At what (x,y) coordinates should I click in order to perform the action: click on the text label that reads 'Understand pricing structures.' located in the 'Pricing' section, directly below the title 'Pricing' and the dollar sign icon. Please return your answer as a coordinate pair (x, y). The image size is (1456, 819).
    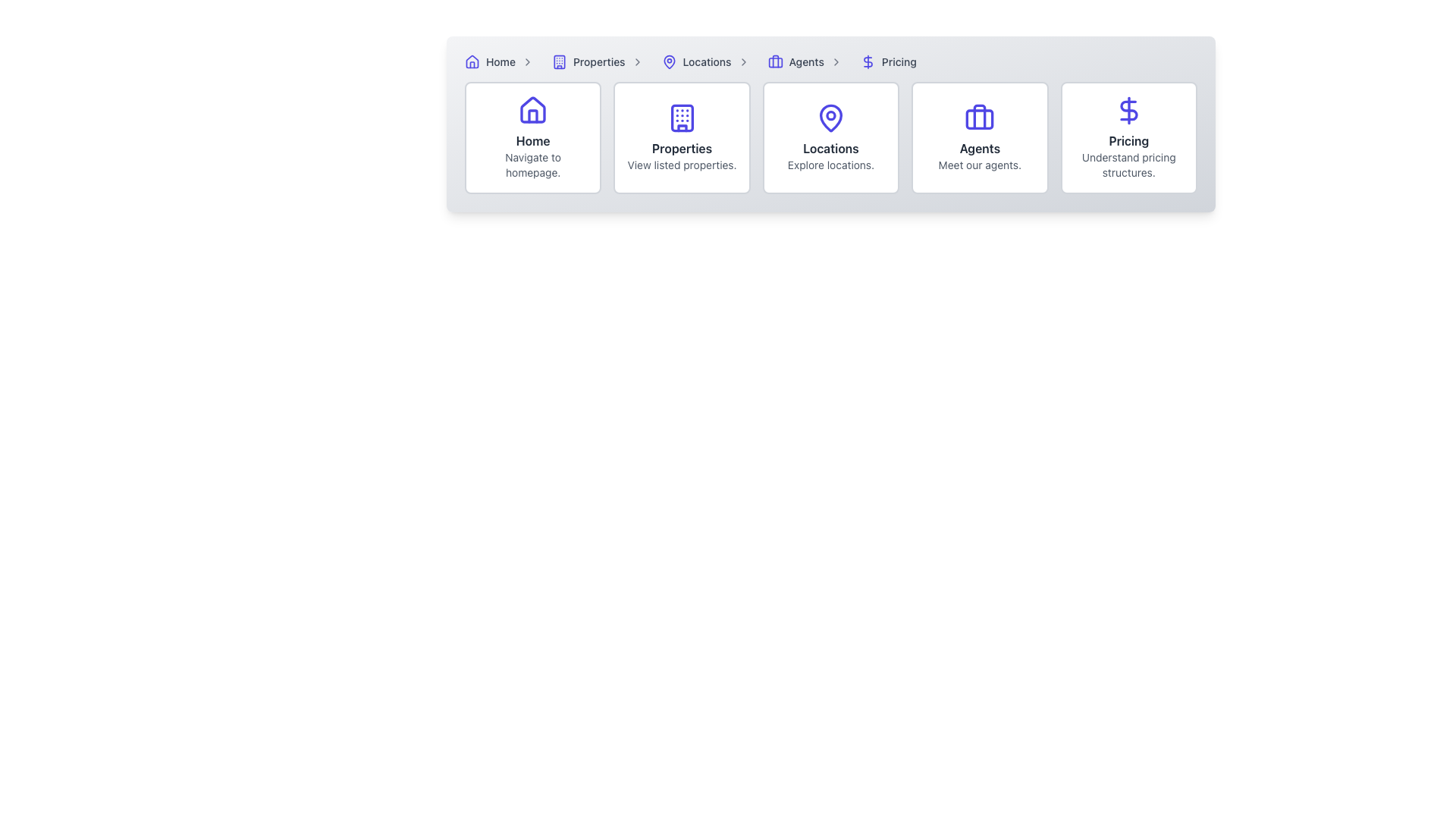
    Looking at the image, I should click on (1128, 165).